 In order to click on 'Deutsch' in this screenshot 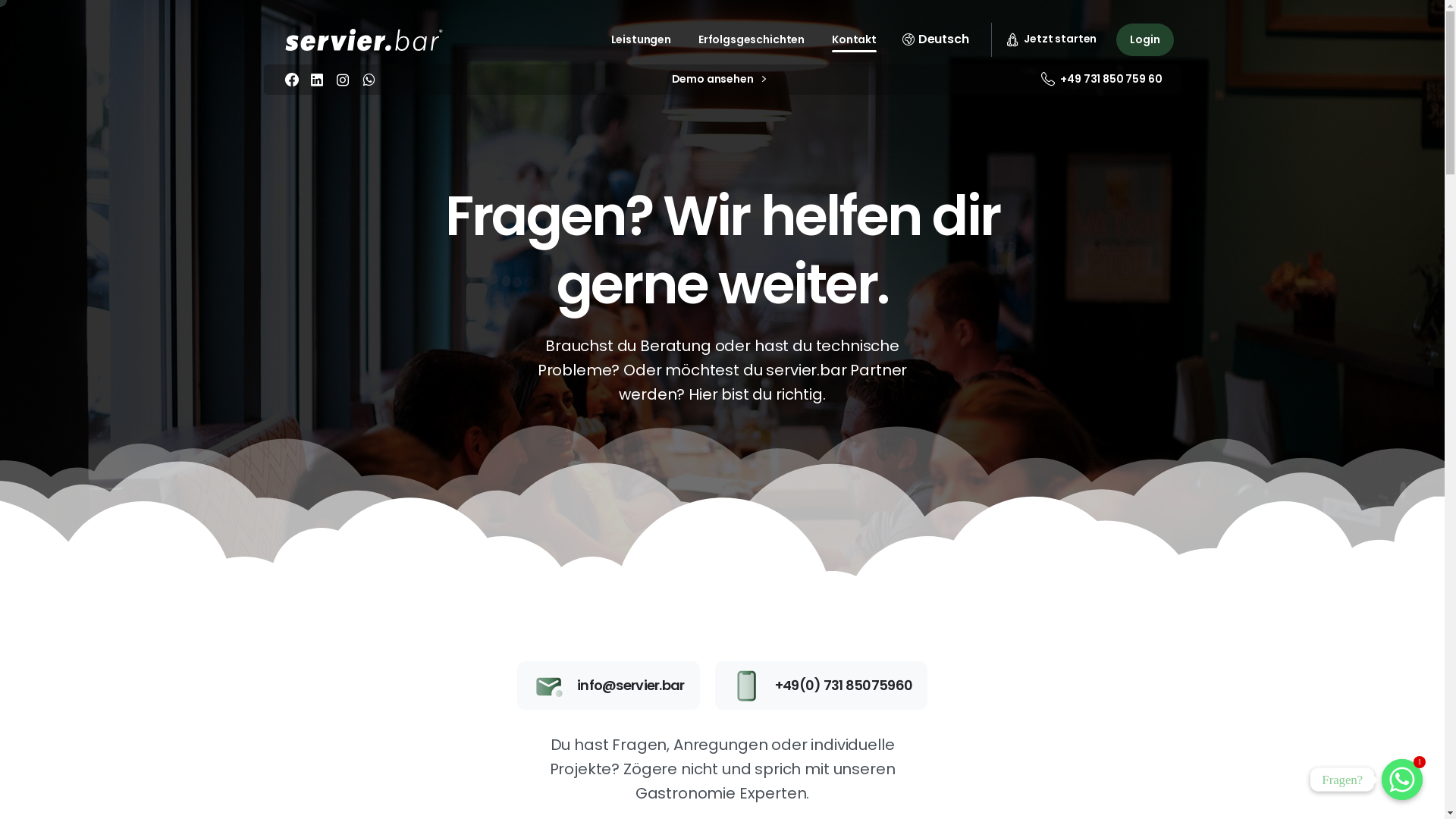, I will do `click(934, 39)`.